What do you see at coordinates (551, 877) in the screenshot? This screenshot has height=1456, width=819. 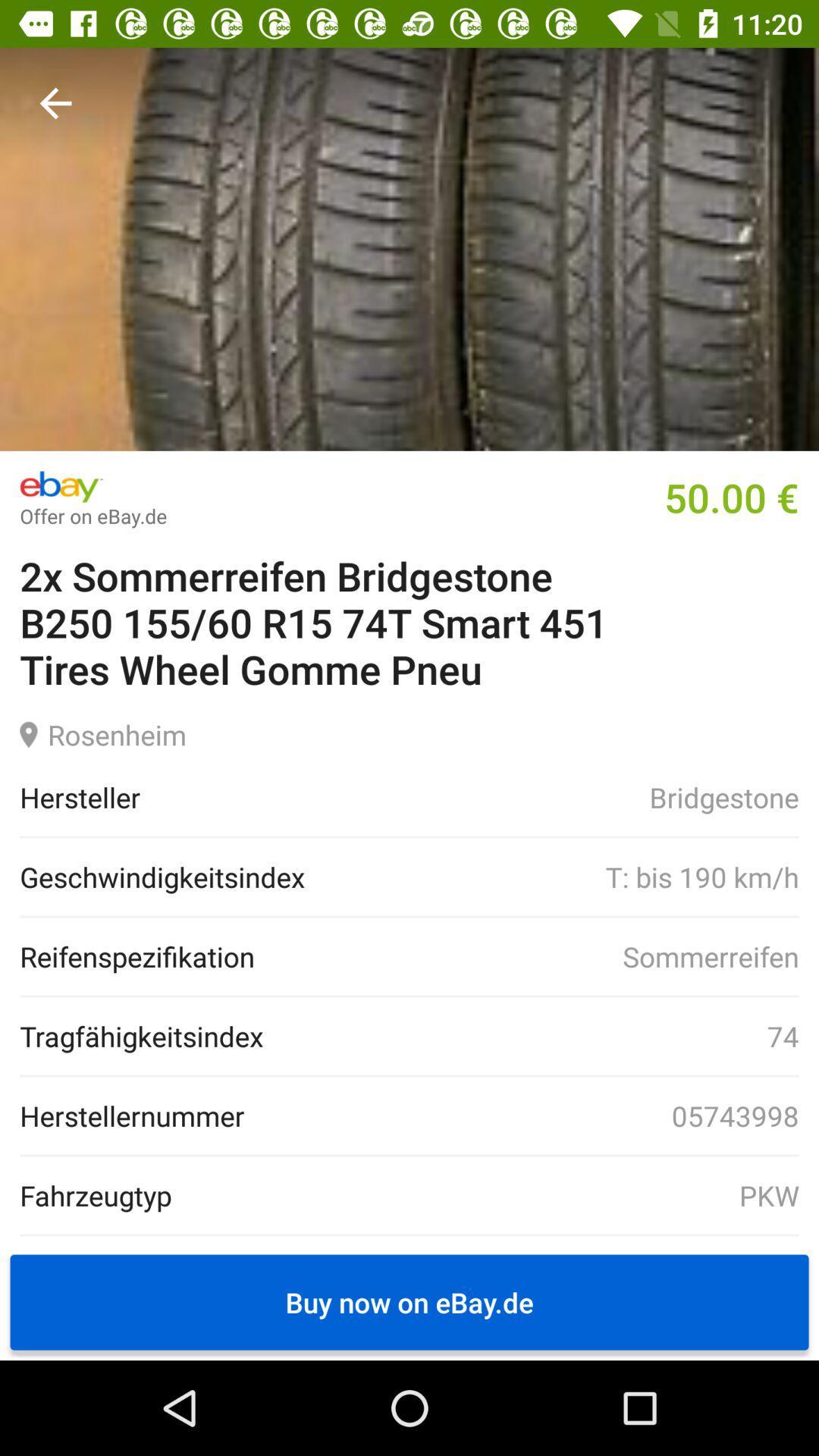 I see `the item next to geschwindigkeitsindex icon` at bounding box center [551, 877].